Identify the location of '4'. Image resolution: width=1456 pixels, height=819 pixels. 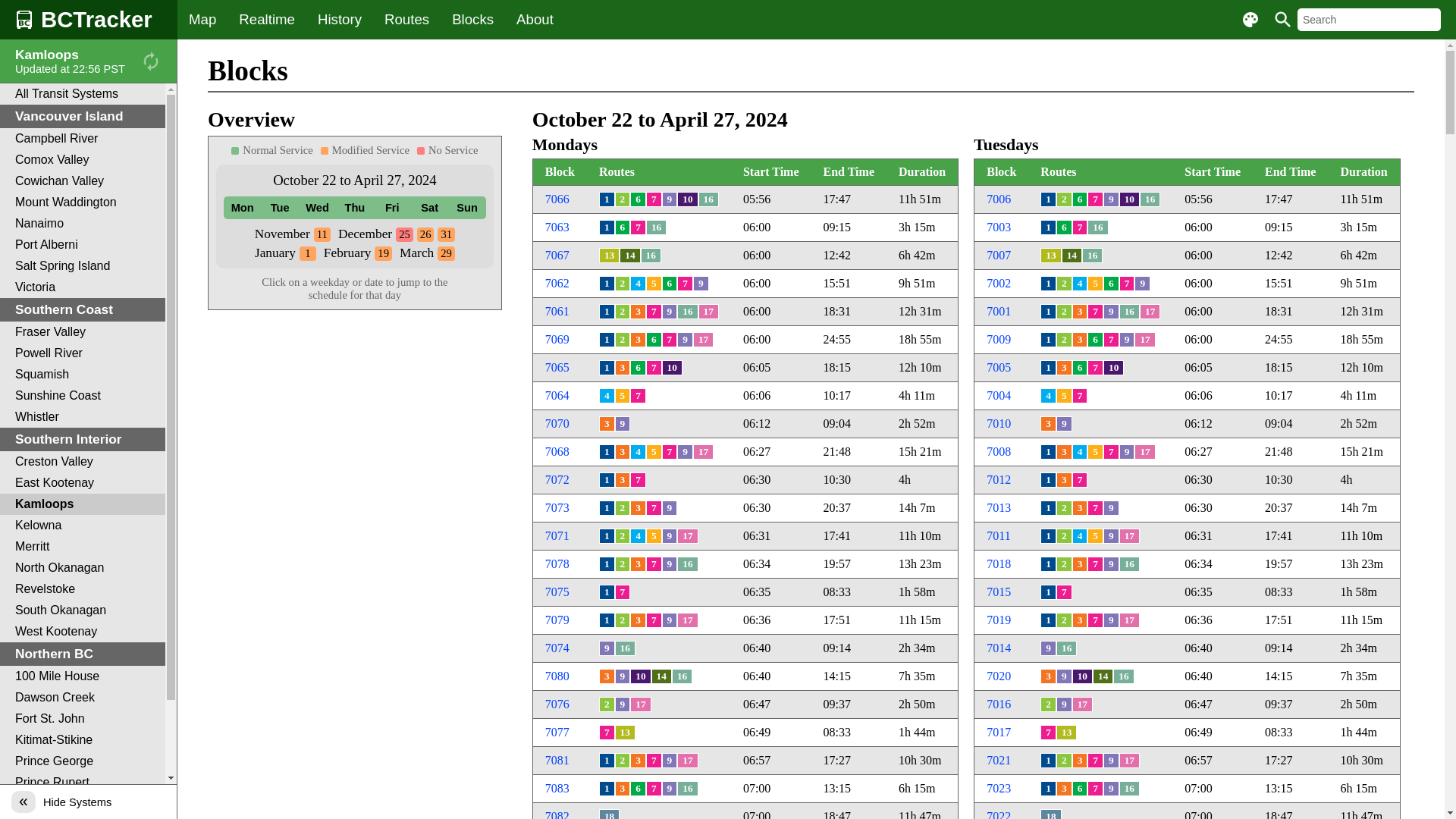
(638, 535).